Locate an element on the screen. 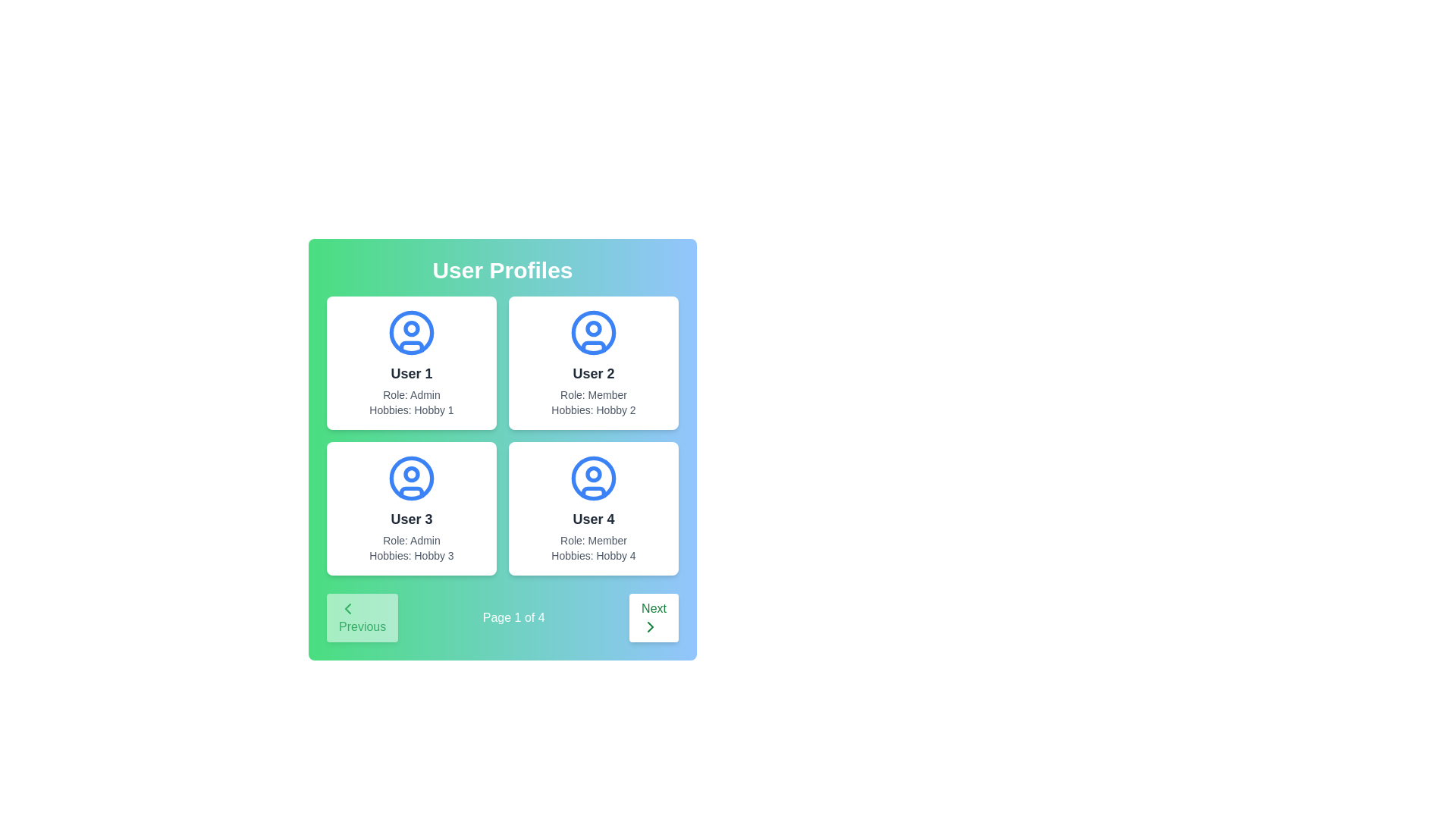  the chevron icon located within the 'Previous' button at the bottom-left of the user interface is located at coordinates (347, 607).